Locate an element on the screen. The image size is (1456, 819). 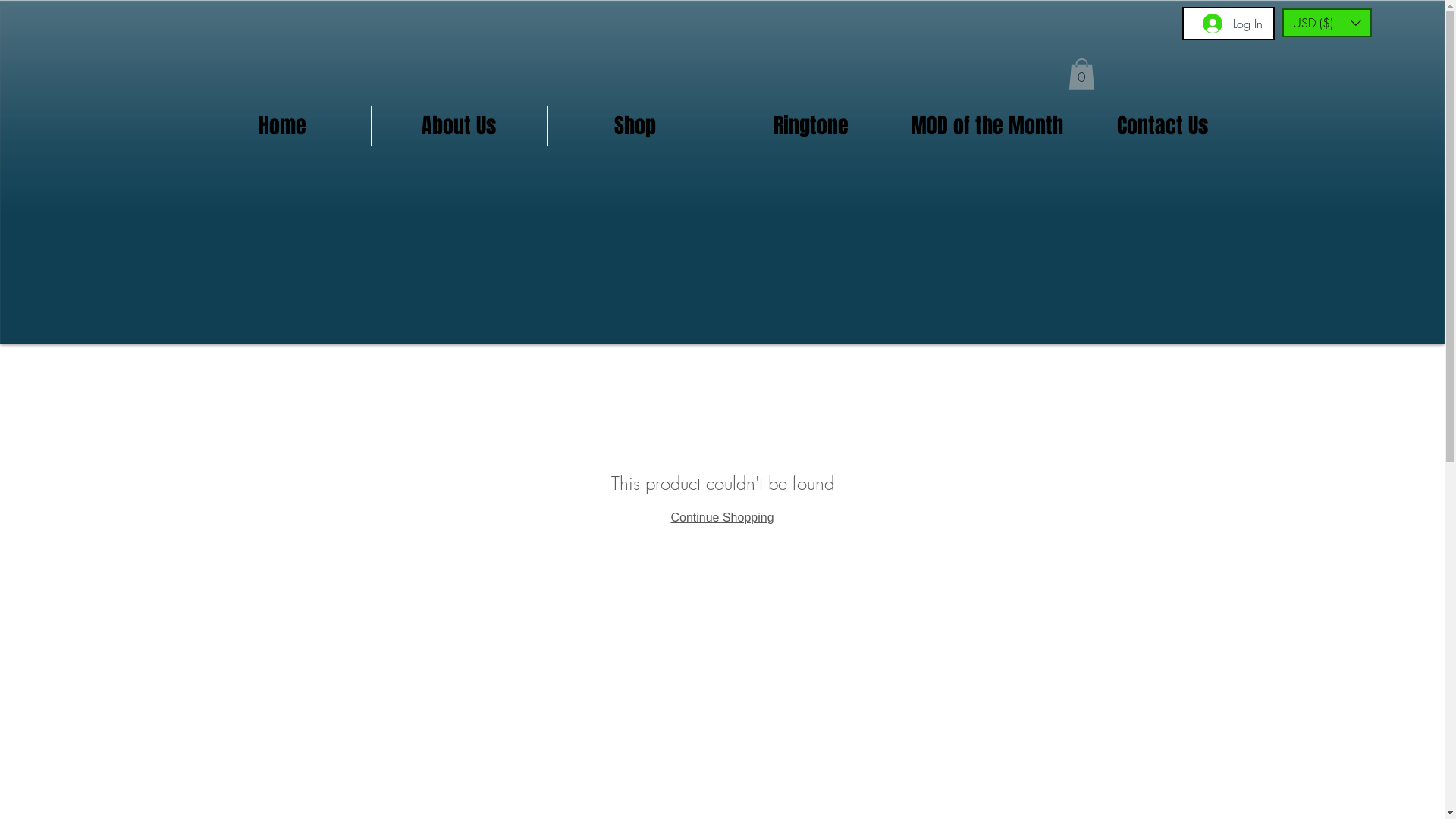
'About Us' is located at coordinates (458, 124).